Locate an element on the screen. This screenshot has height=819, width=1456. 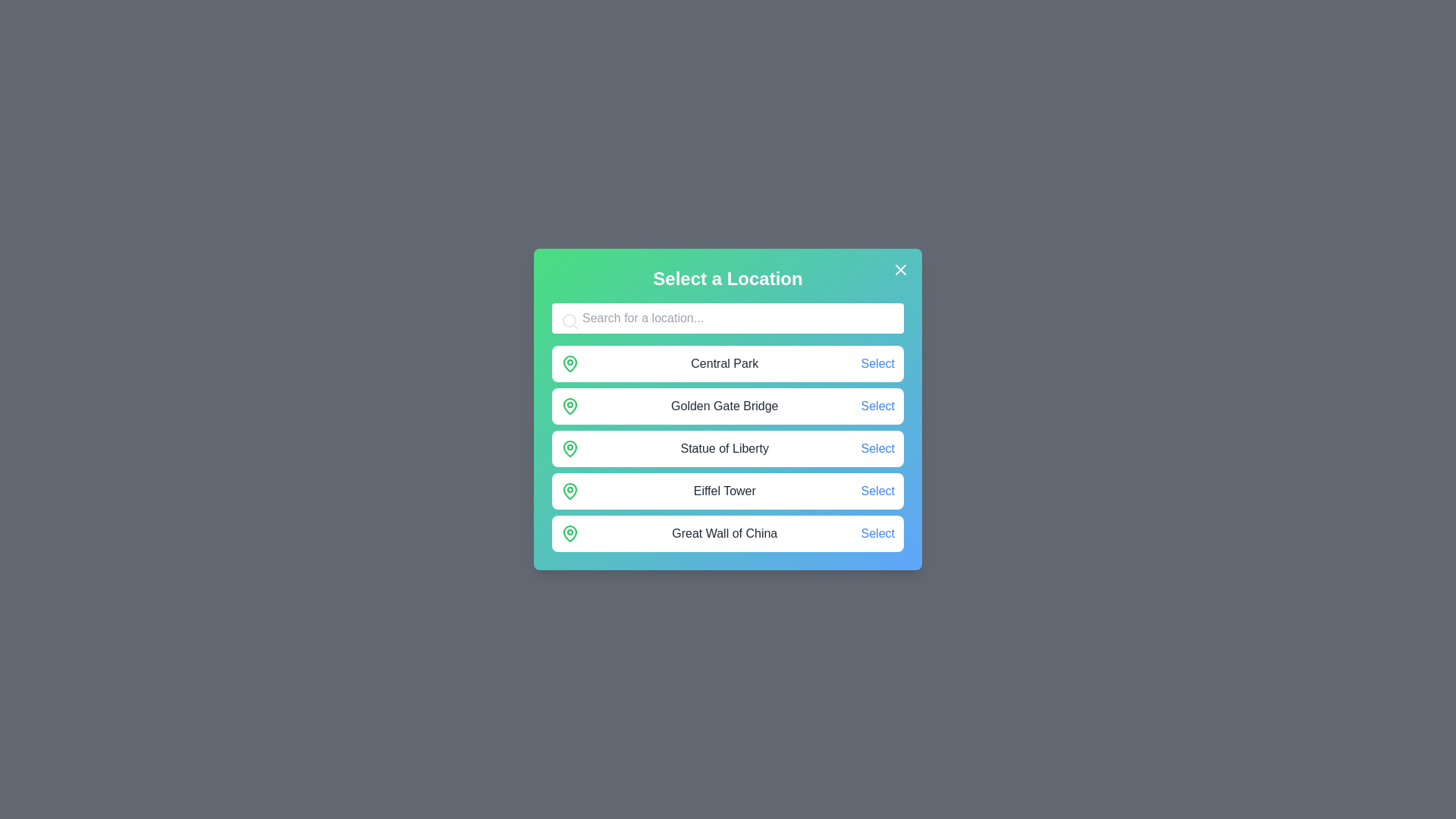
the close button to dismiss the dialog is located at coordinates (901, 268).